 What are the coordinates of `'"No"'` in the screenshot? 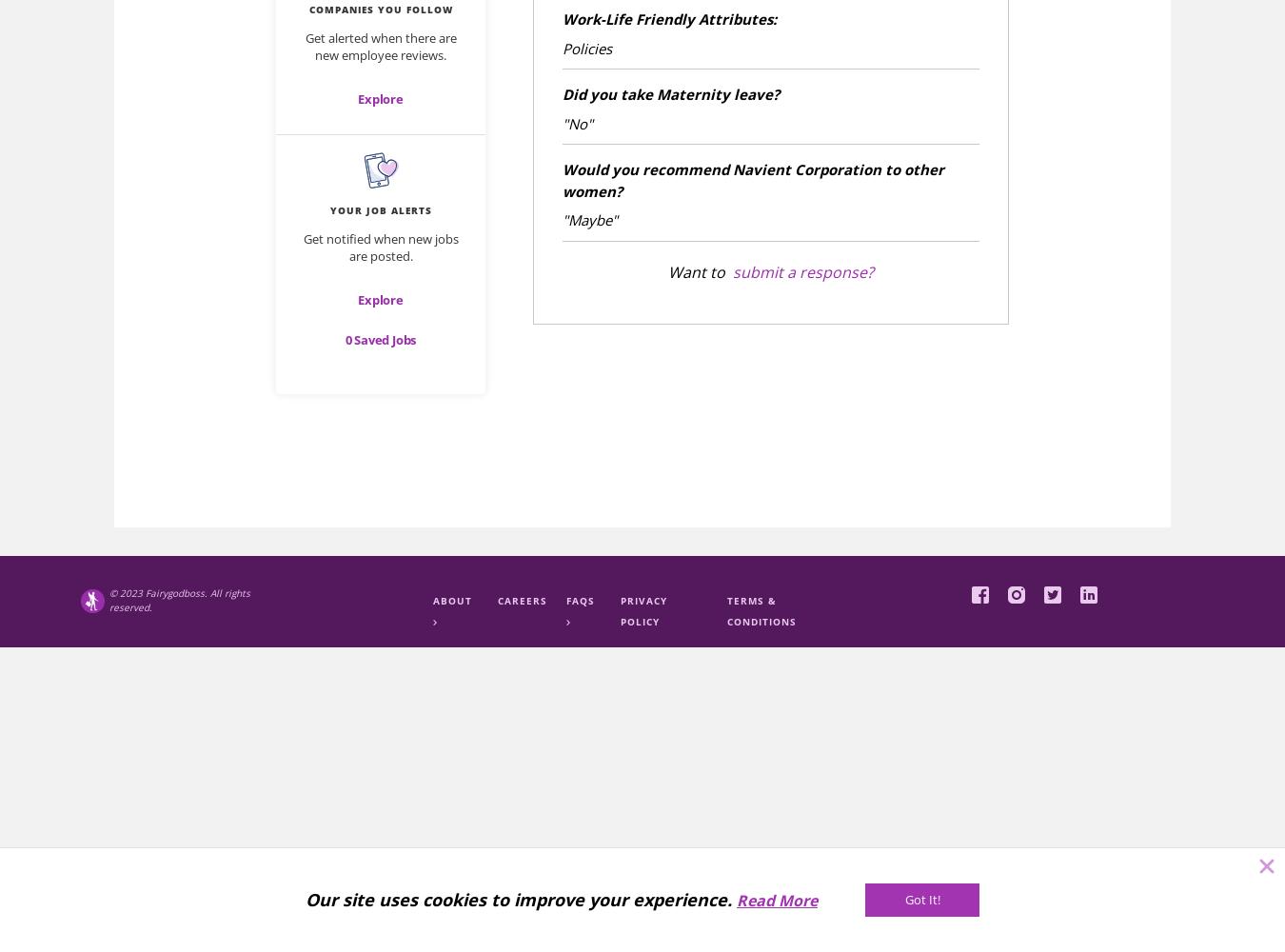 It's located at (577, 123).